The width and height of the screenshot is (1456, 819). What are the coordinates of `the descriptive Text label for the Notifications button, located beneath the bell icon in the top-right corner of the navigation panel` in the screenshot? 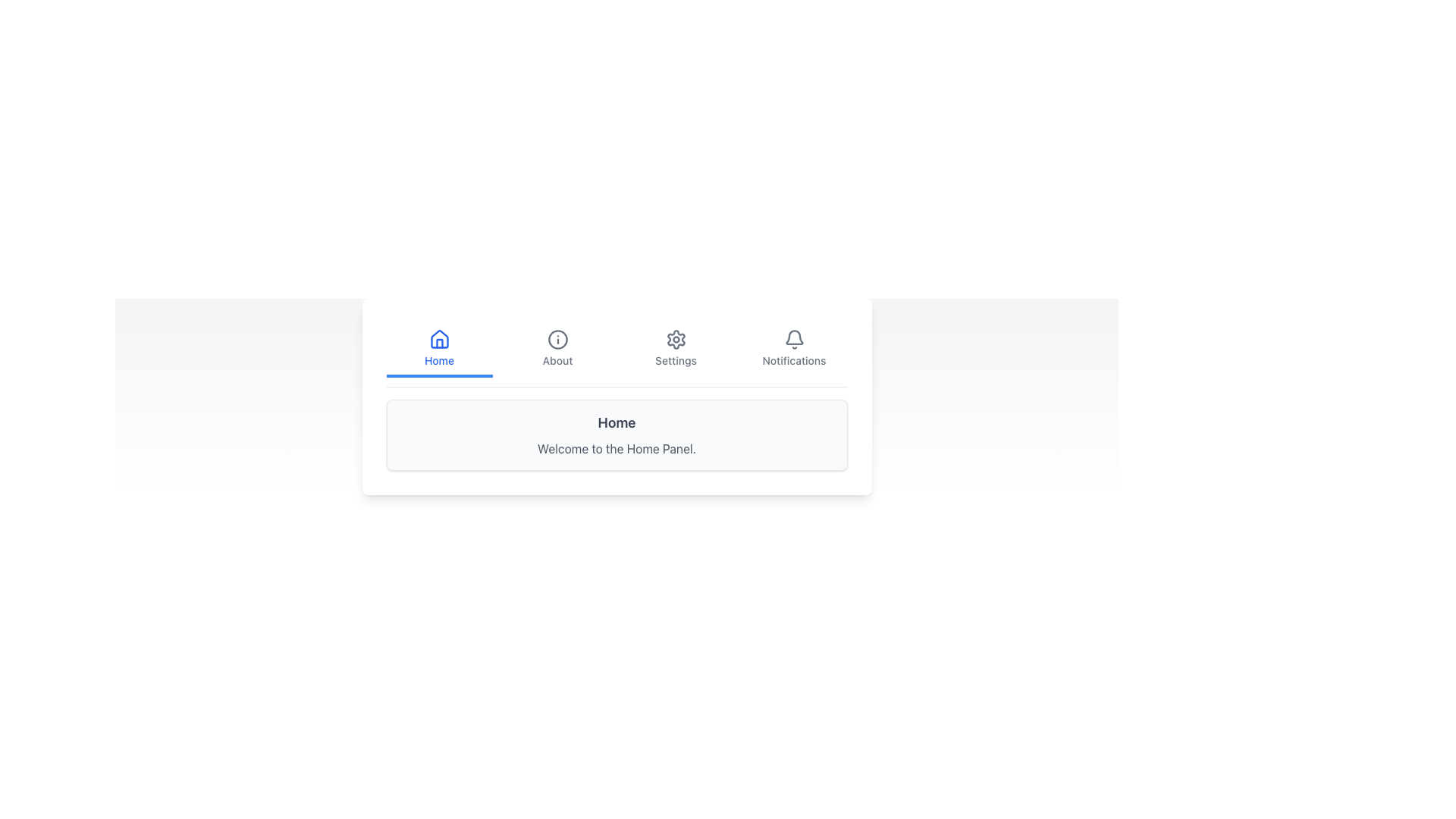 It's located at (793, 360).